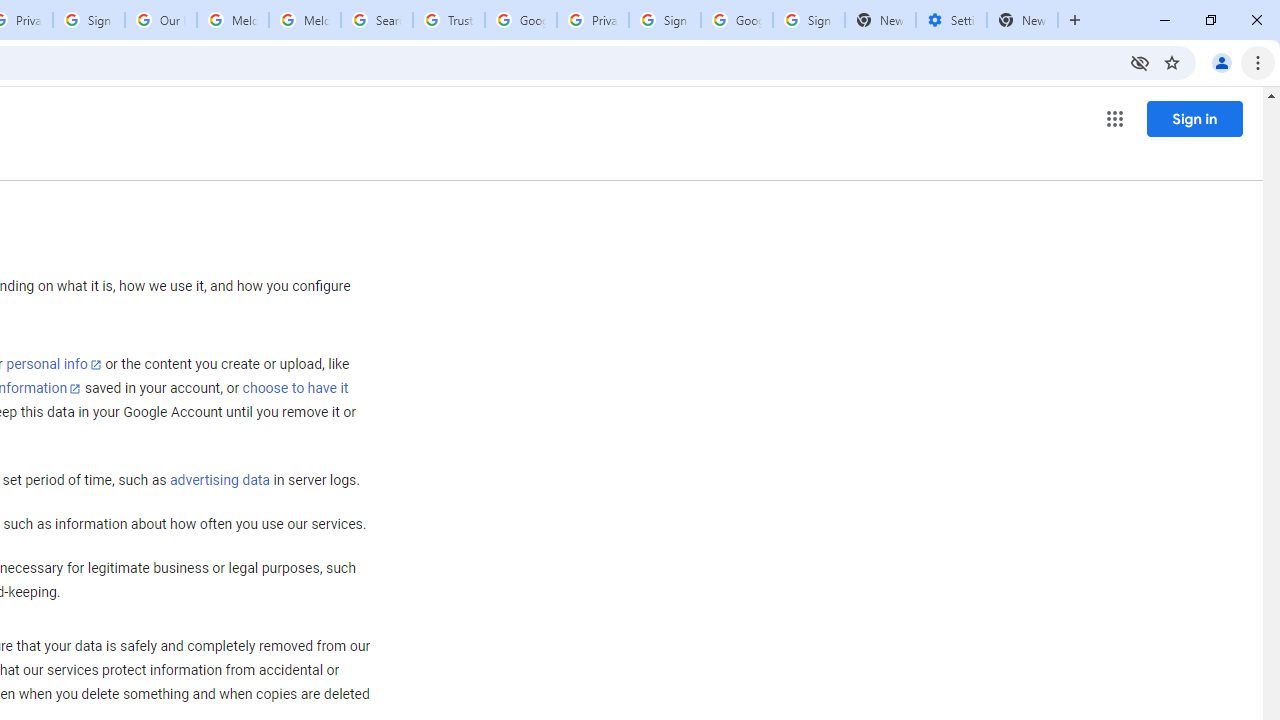 The height and width of the screenshot is (720, 1280). What do you see at coordinates (1022, 20) in the screenshot?
I see `'New Tab'` at bounding box center [1022, 20].